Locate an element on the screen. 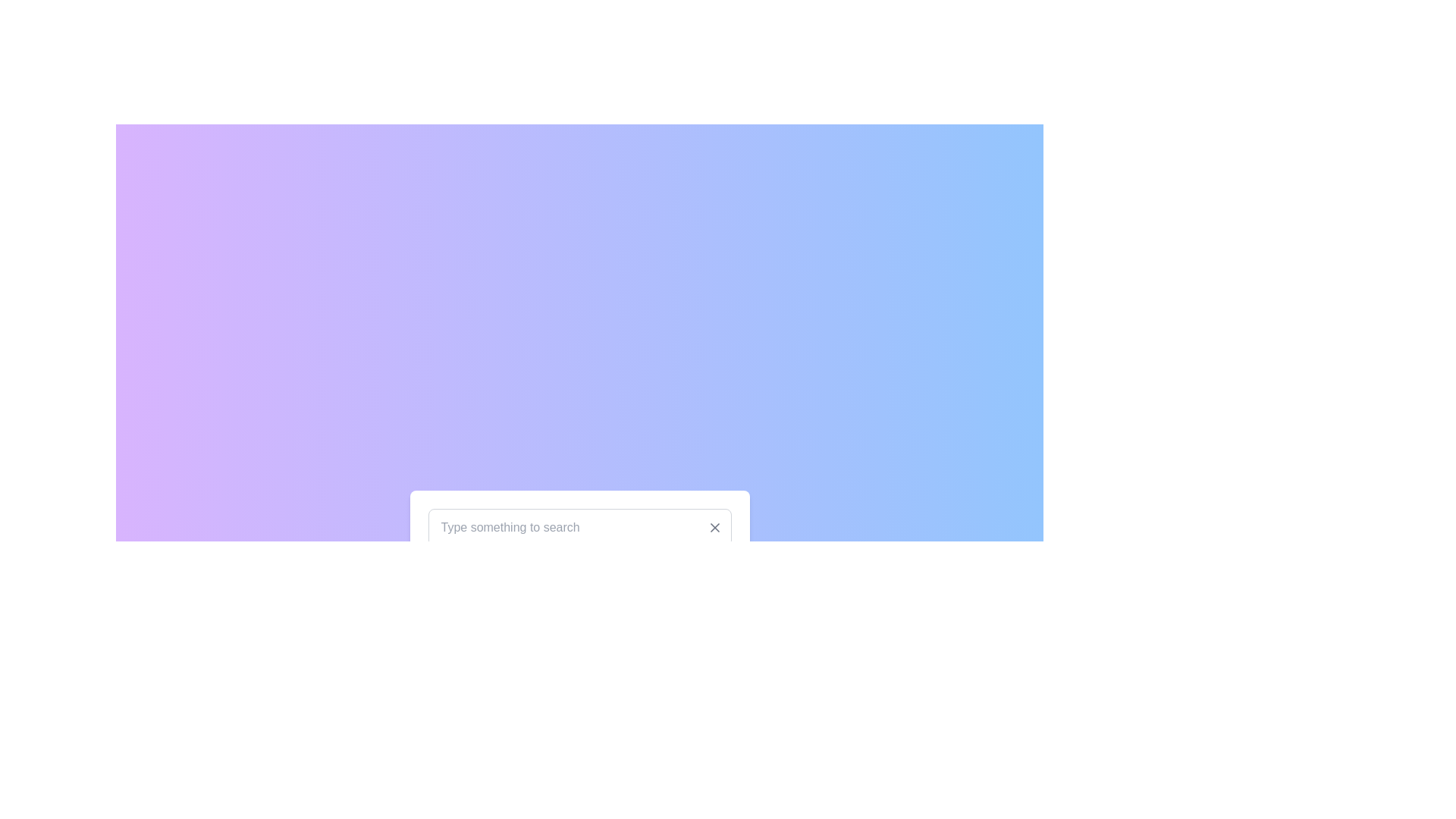 This screenshot has height=819, width=1456. the central search input field located in the middle of the panel to activate focus effects is located at coordinates (579, 526).